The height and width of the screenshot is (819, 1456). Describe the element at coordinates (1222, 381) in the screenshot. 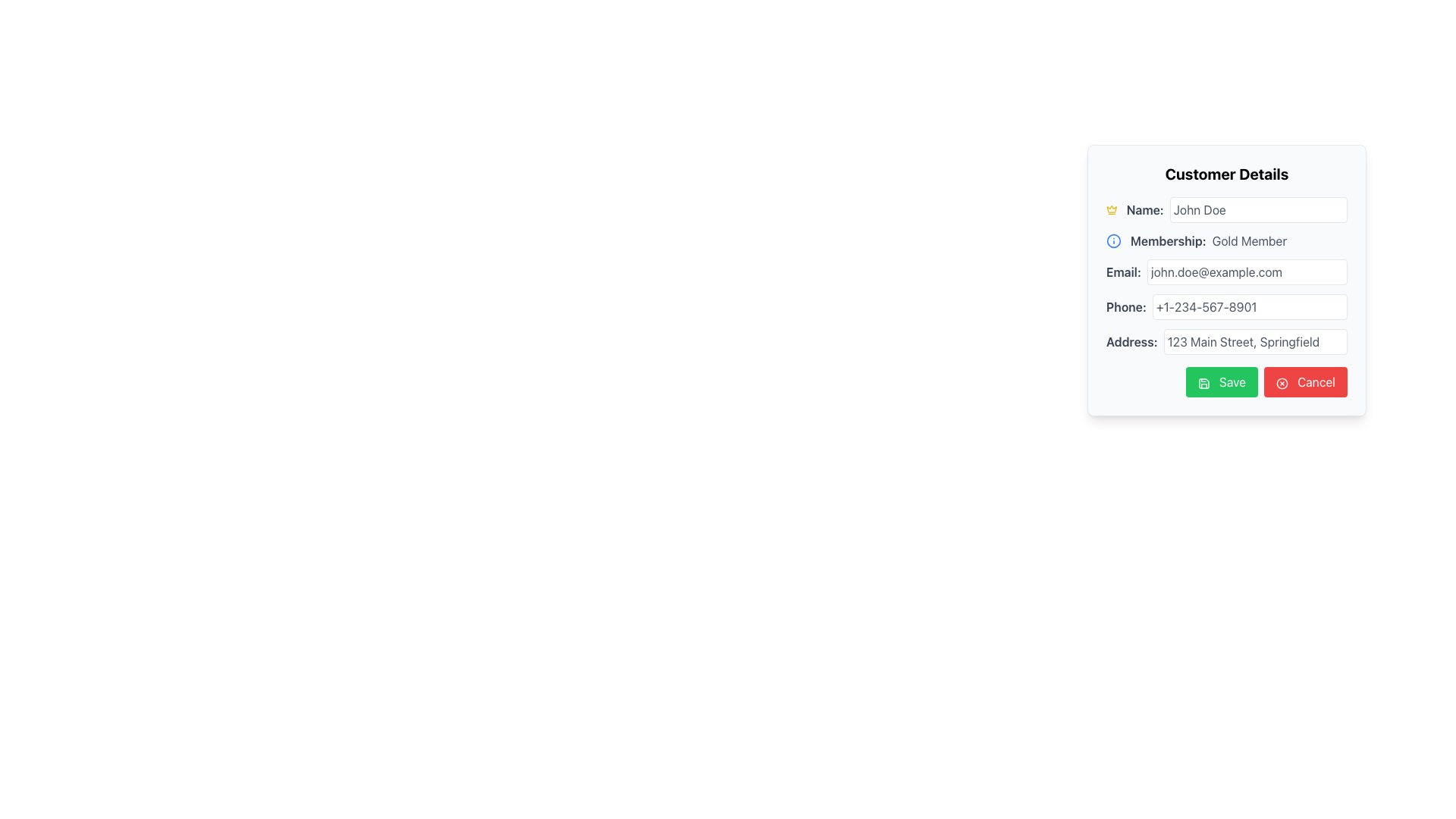

I see `the 'Save' button, which is a rectangular button with a green background and white text, located at the bottom-right of the 'Customer Details' form` at that location.